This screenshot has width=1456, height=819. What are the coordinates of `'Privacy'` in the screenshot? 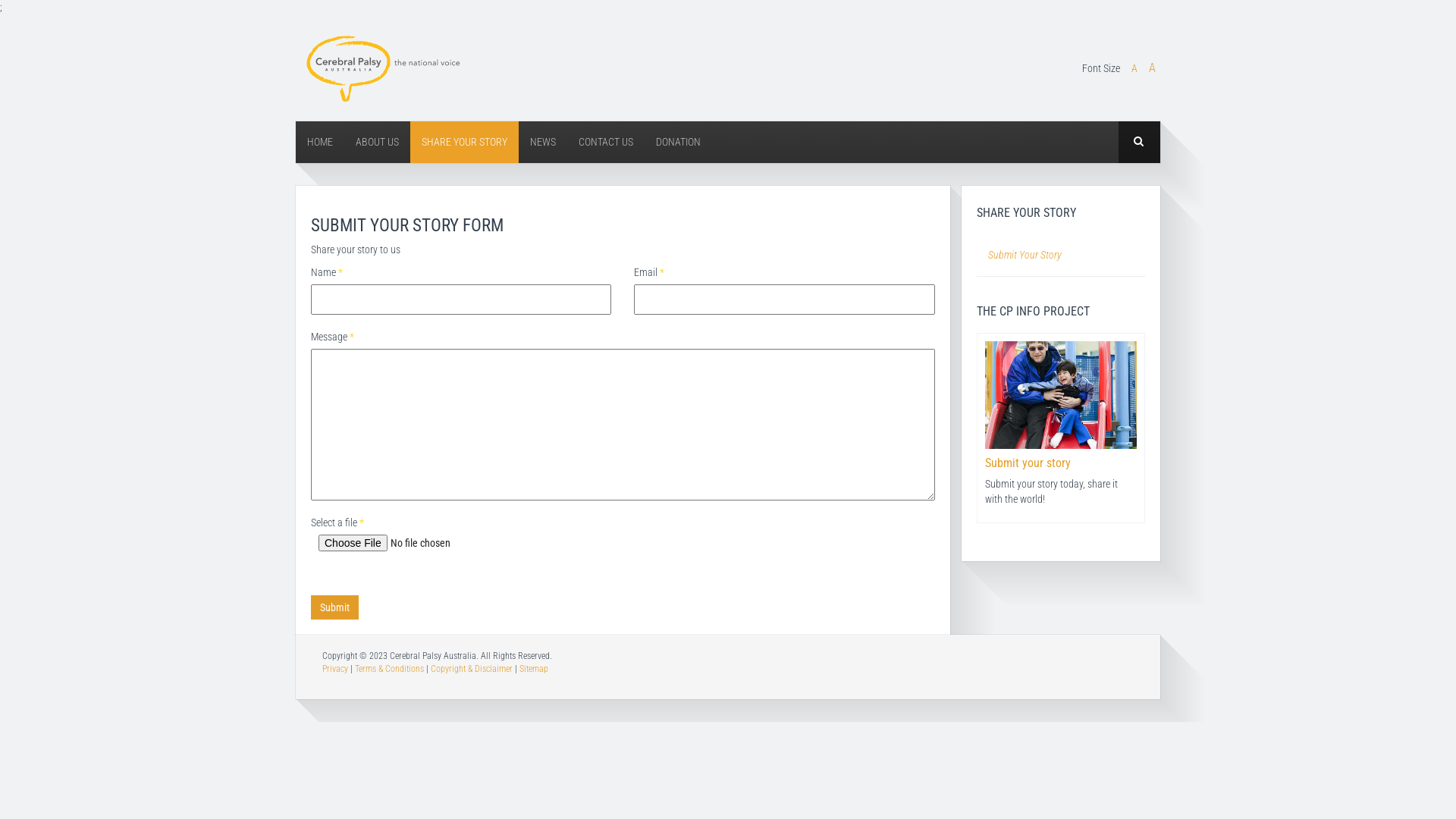 It's located at (334, 668).